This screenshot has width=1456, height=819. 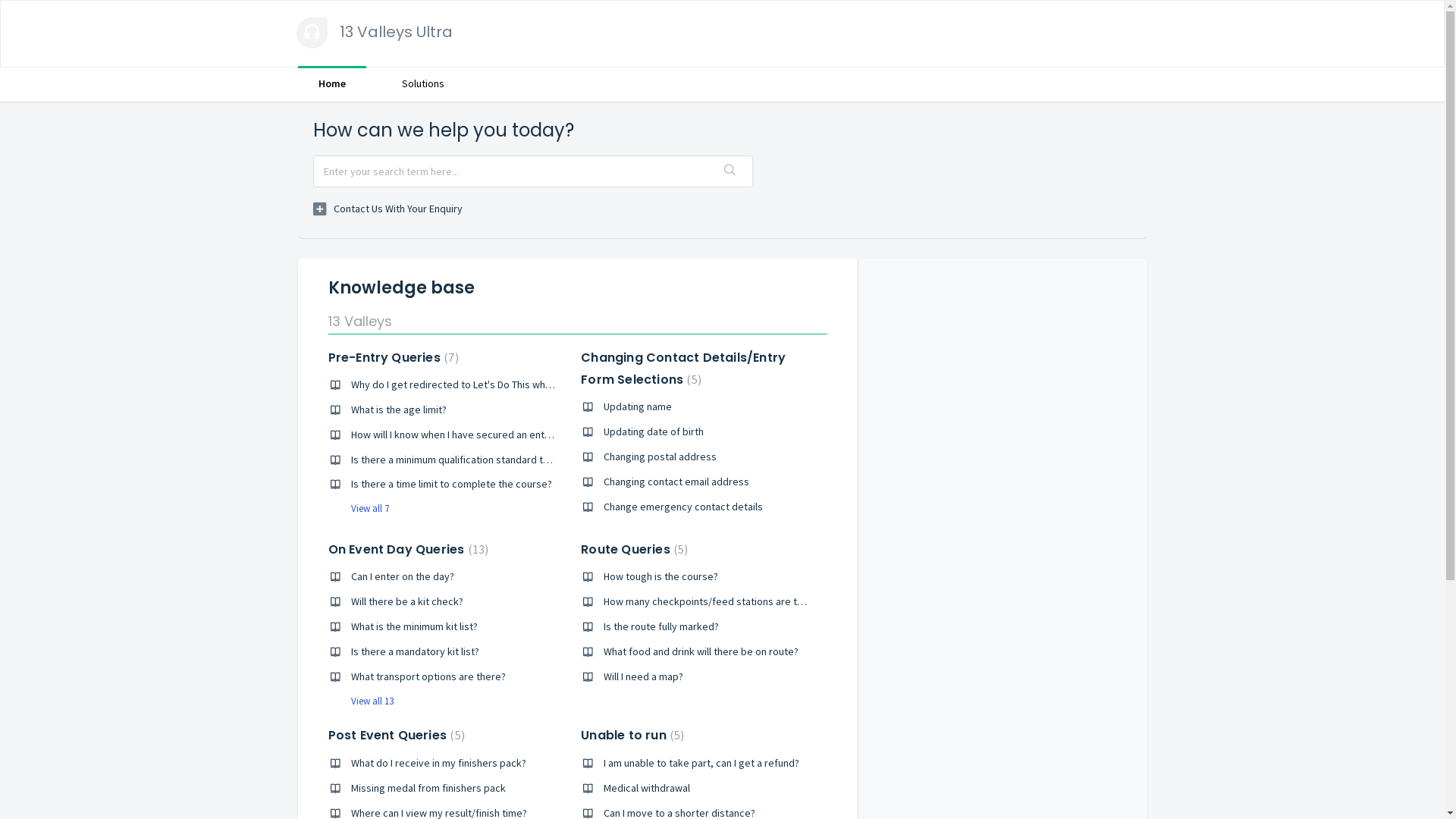 I want to click on 'What is the minimum kit list?', so click(x=413, y=626).